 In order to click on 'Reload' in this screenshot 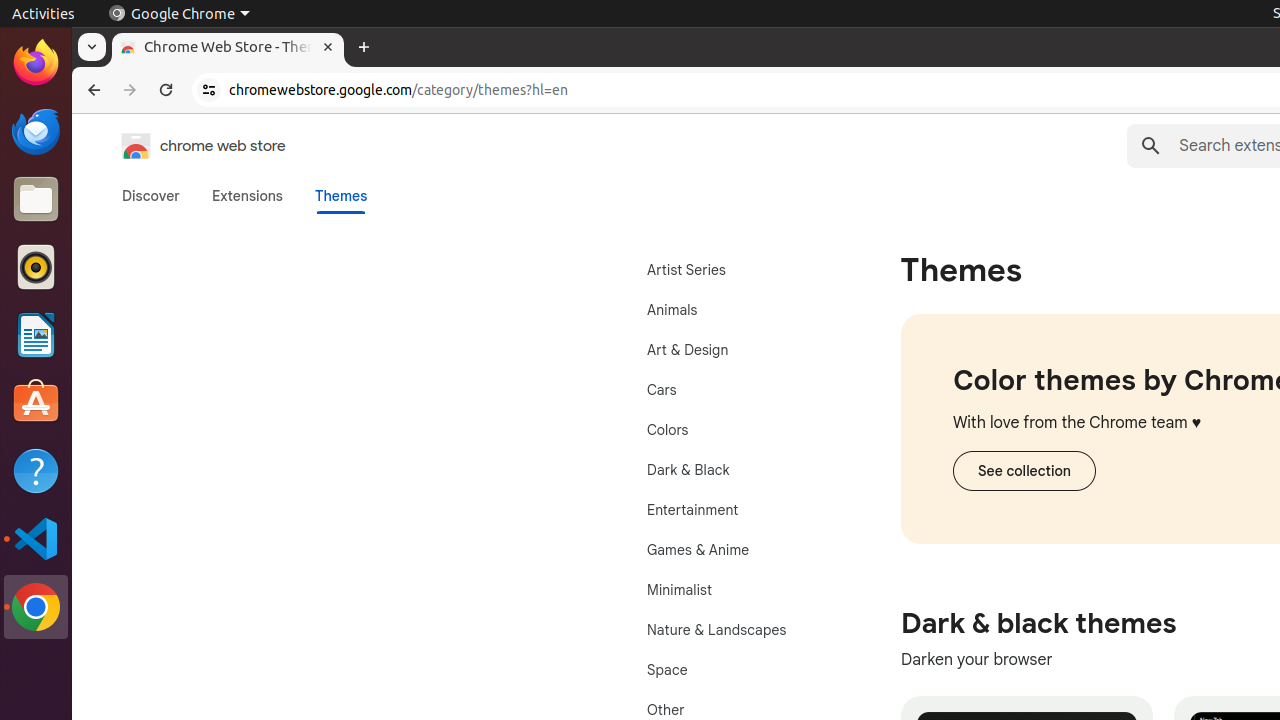, I will do `click(166, 90)`.